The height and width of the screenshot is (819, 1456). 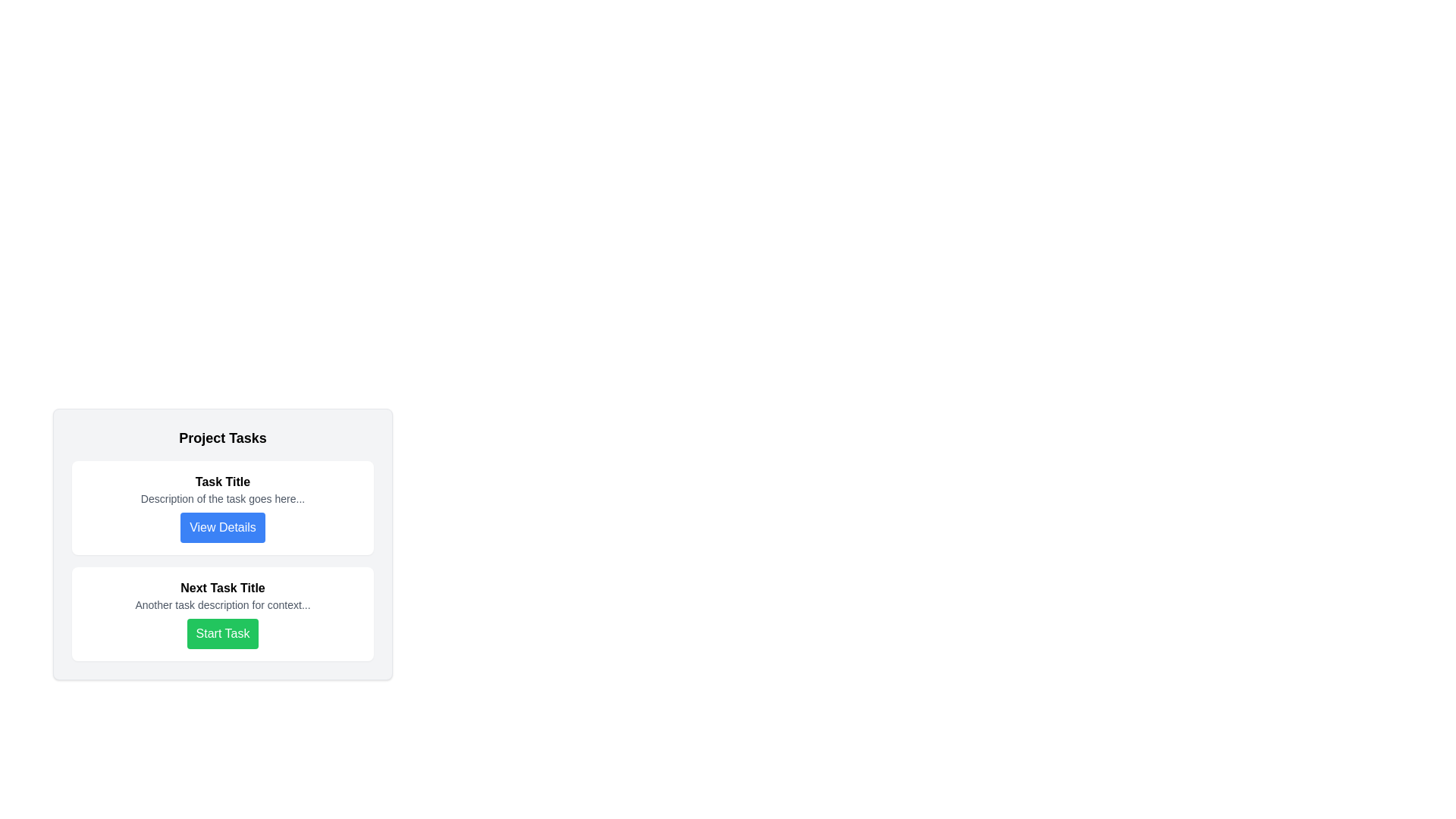 I want to click on the blue rectangular button labeled 'View Details' to animate or change its color, so click(x=221, y=526).